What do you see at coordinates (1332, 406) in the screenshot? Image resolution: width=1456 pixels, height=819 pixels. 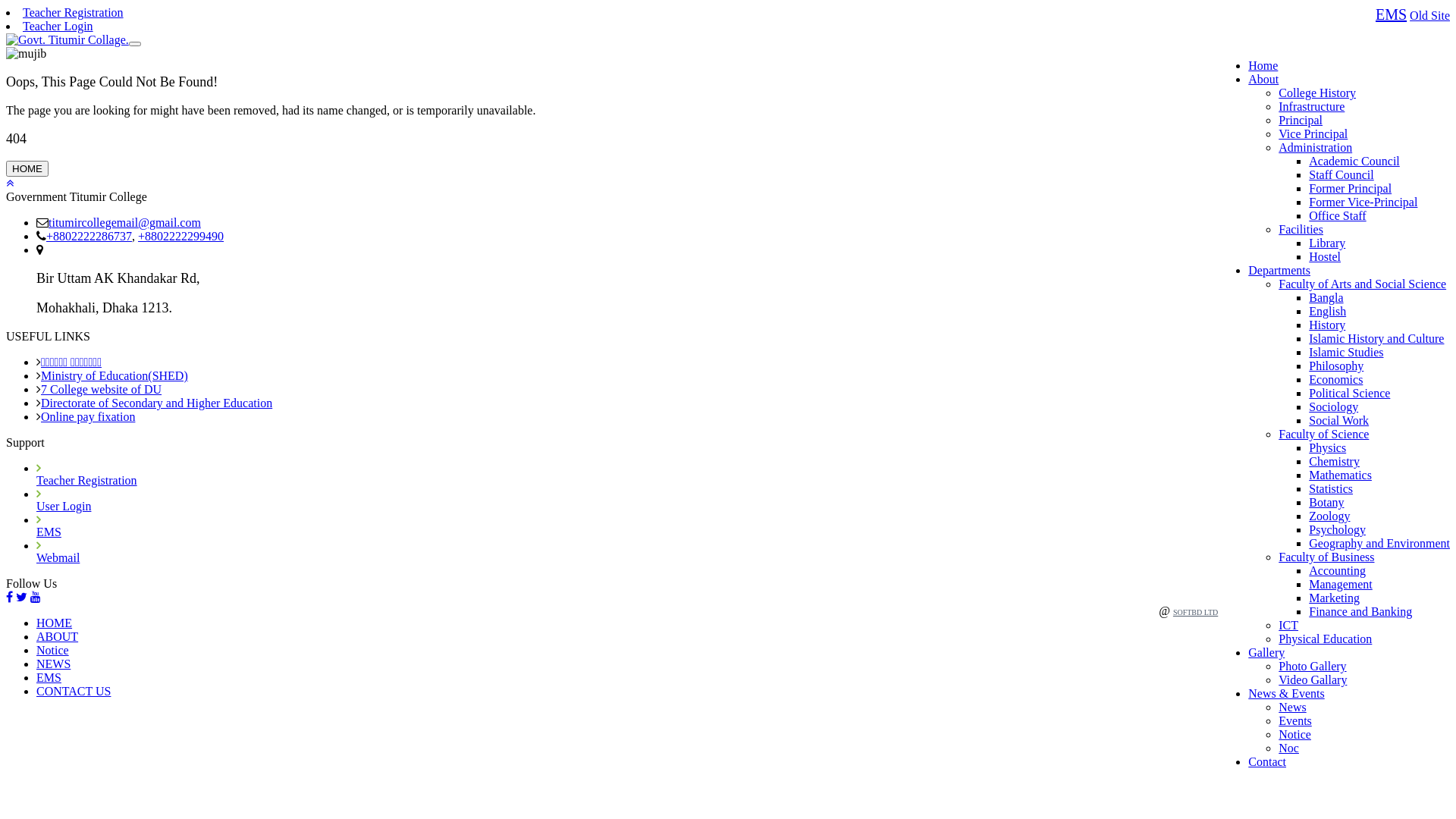 I see `'Sociology'` at bounding box center [1332, 406].